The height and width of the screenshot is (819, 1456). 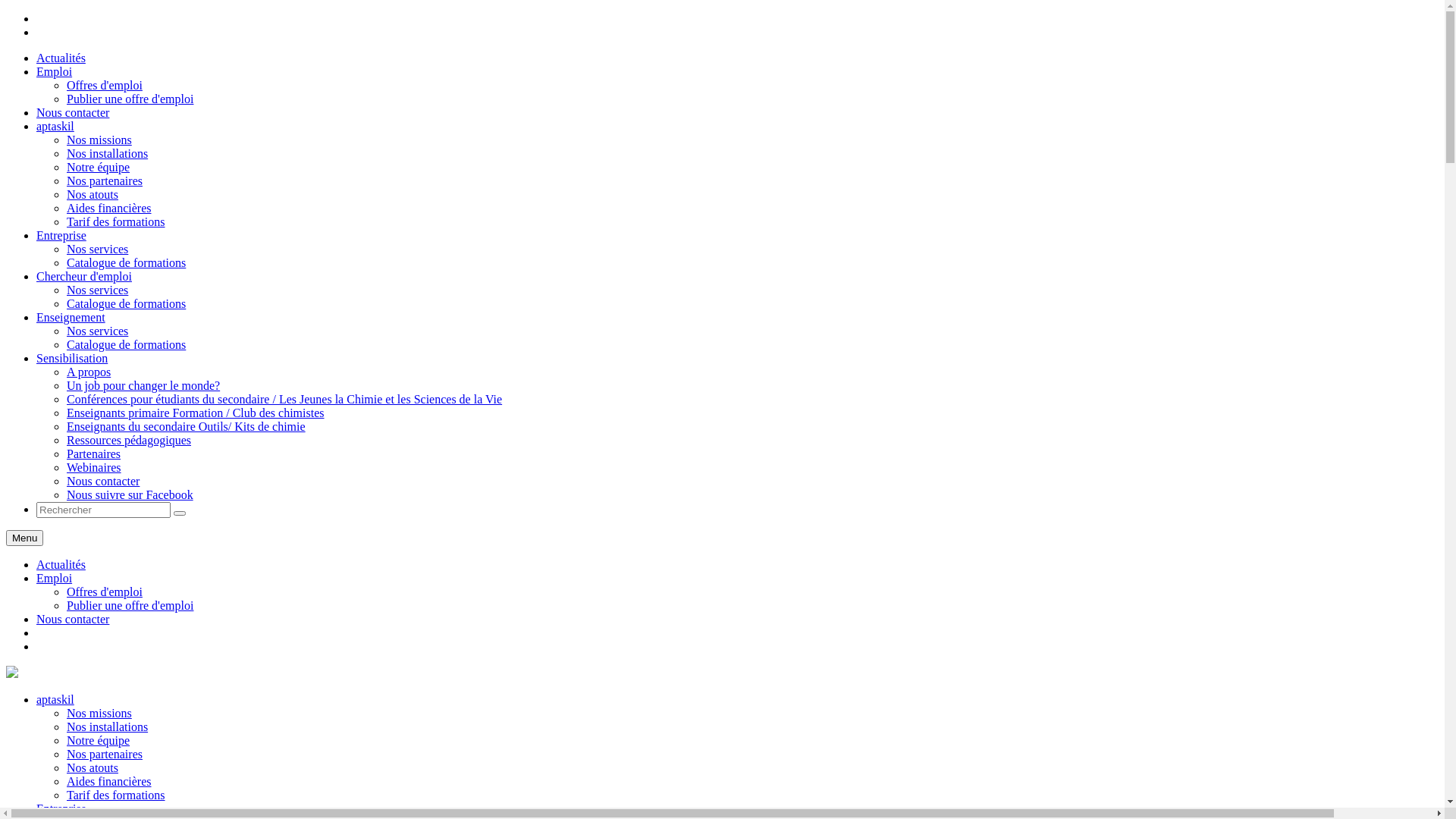 What do you see at coordinates (91, 193) in the screenshot?
I see `'Nos atouts'` at bounding box center [91, 193].